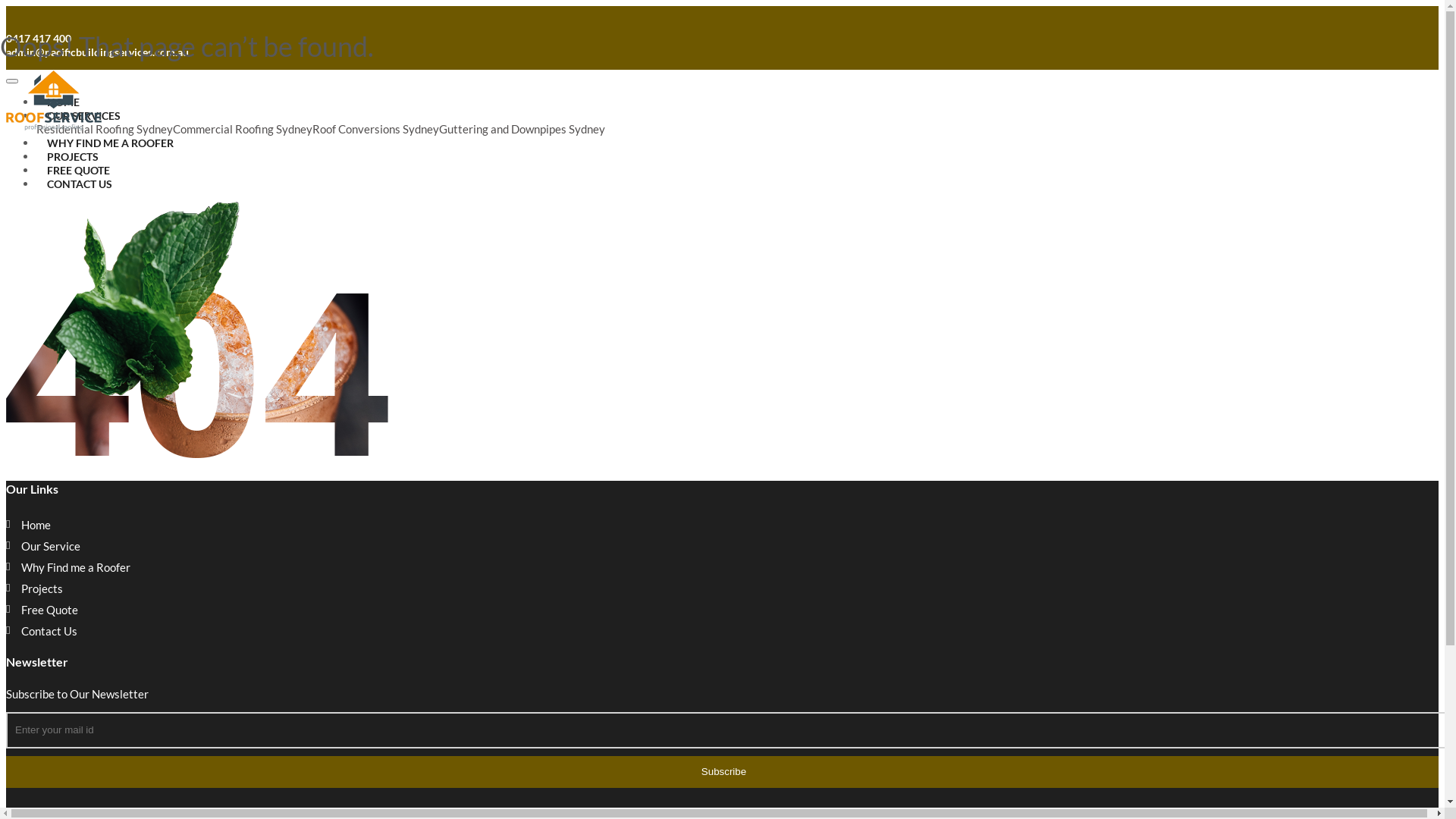 The width and height of the screenshot is (1456, 819). What do you see at coordinates (6, 37) in the screenshot?
I see `'0417 417 400'` at bounding box center [6, 37].